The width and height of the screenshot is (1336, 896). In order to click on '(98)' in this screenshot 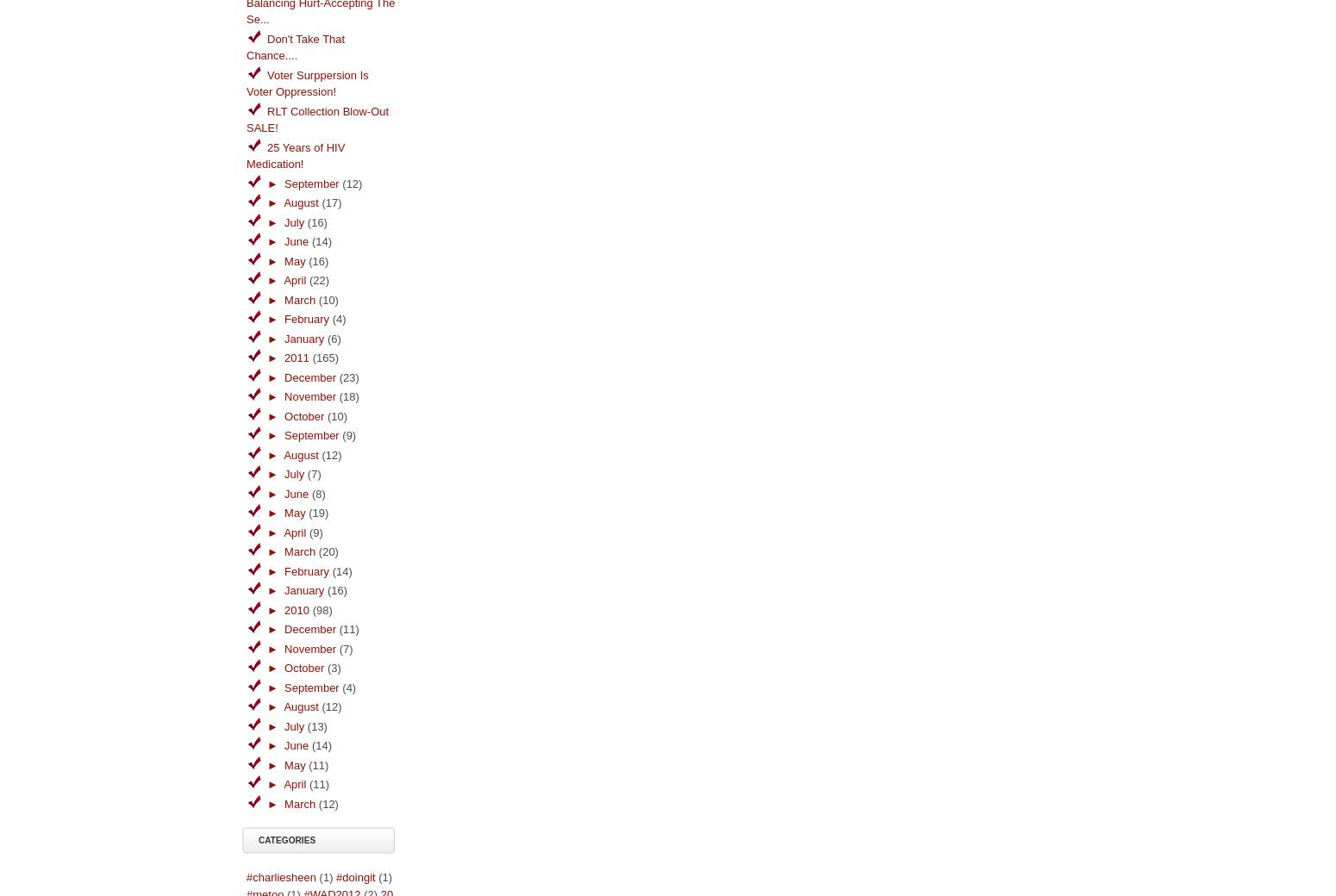, I will do `click(310, 609)`.